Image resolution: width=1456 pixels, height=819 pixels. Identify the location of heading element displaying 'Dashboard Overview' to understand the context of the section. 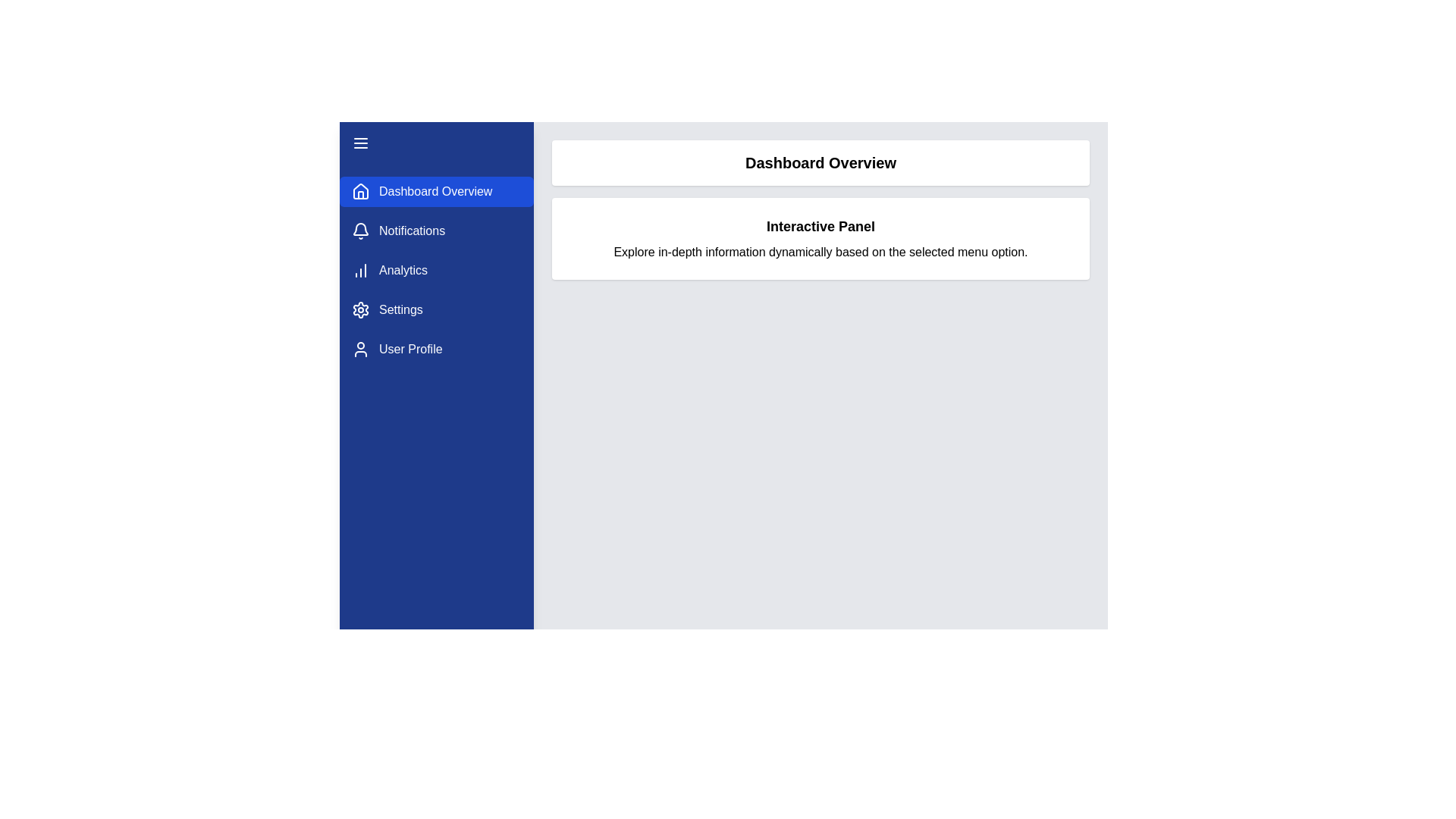
(820, 163).